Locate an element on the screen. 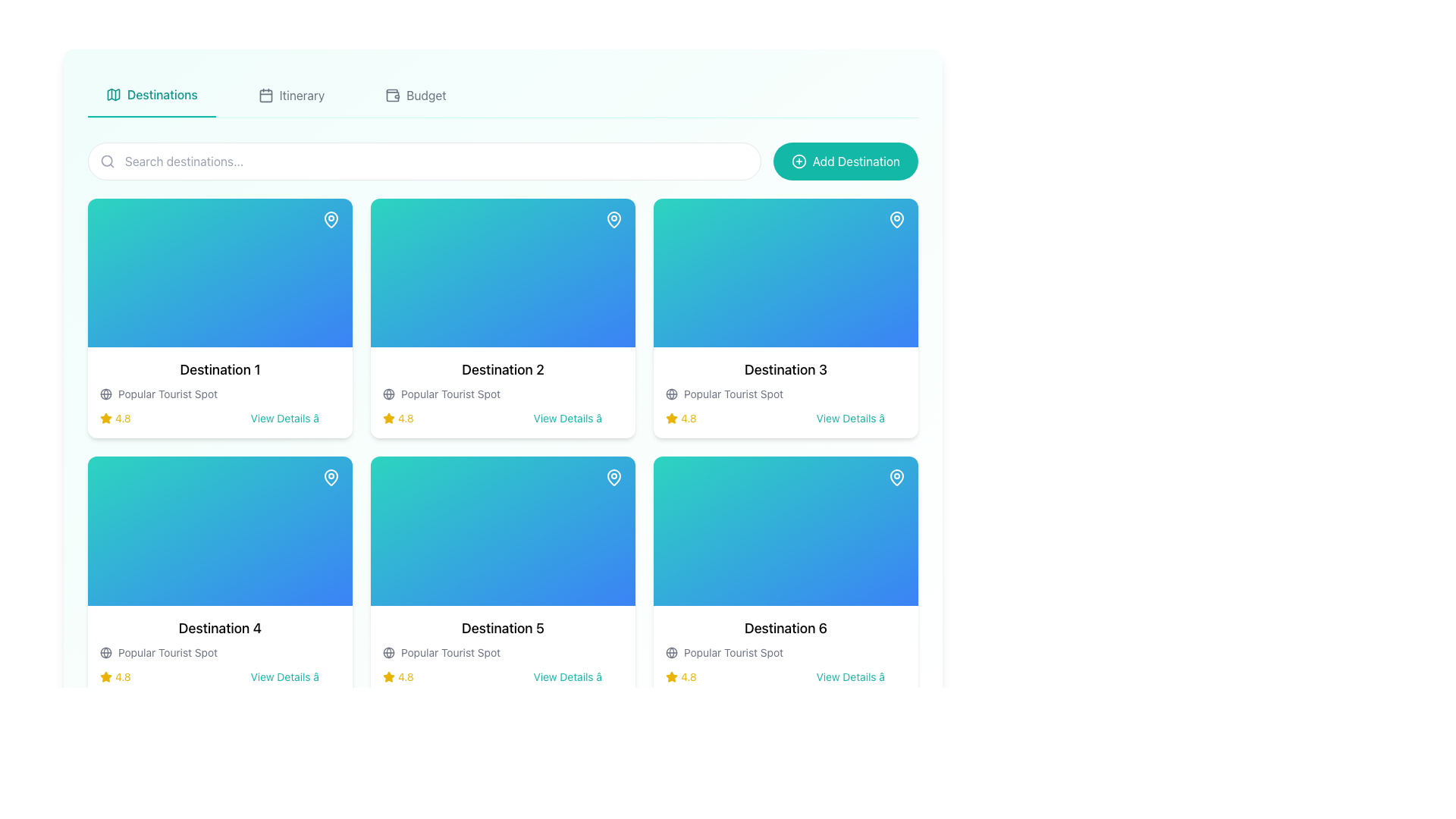 Image resolution: width=1456 pixels, height=819 pixels. the text label displaying 'Popular Tourist Spot' in gray color, which is located under the card labeled 'Destination 6' in the second row, third column of the grid is located at coordinates (733, 651).